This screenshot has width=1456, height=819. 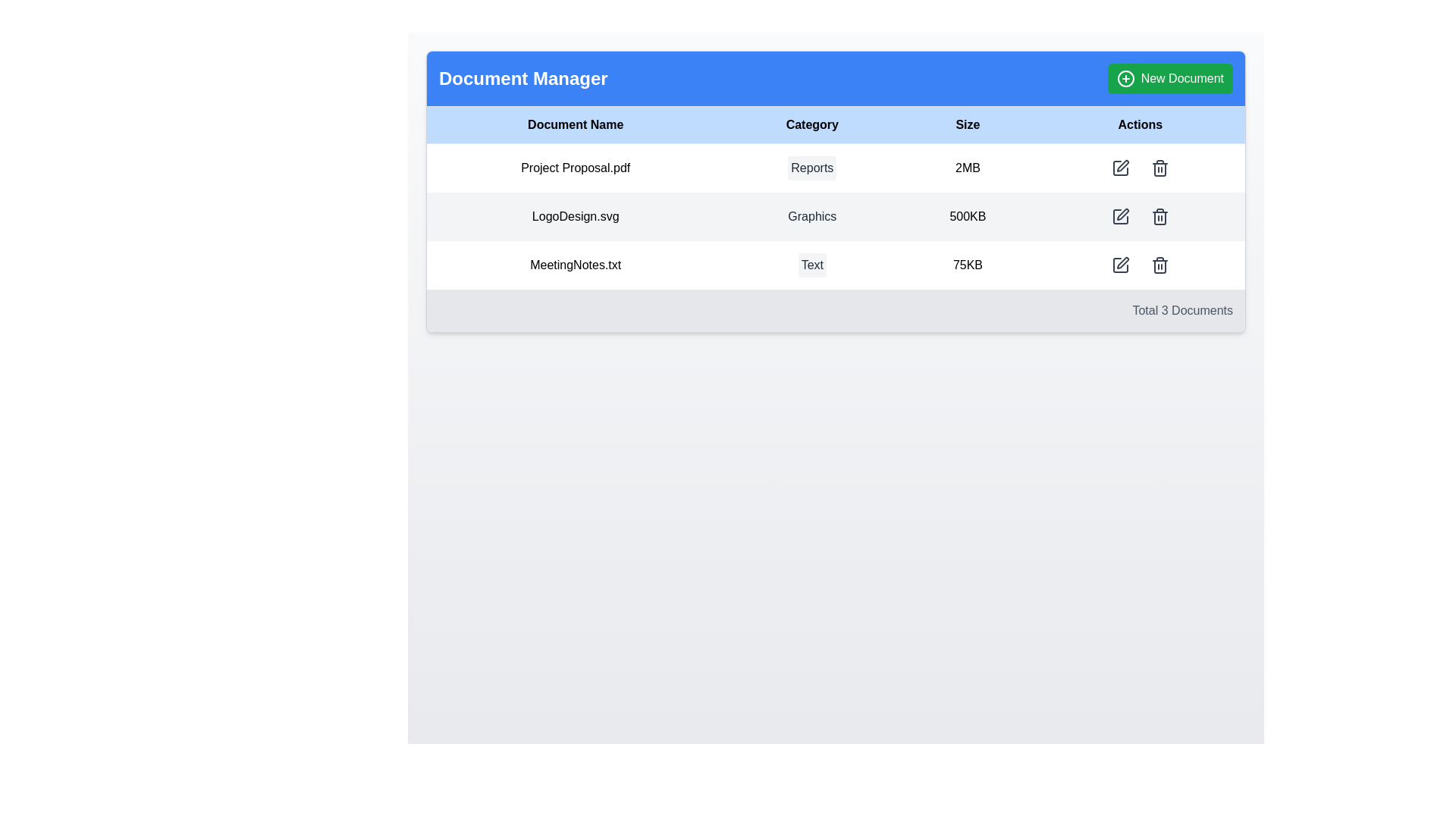 What do you see at coordinates (1140, 216) in the screenshot?
I see `the Control Panel containing the edit and trash icons for the file named 'LogoDesign.svg' in the Actions column of the second row` at bounding box center [1140, 216].